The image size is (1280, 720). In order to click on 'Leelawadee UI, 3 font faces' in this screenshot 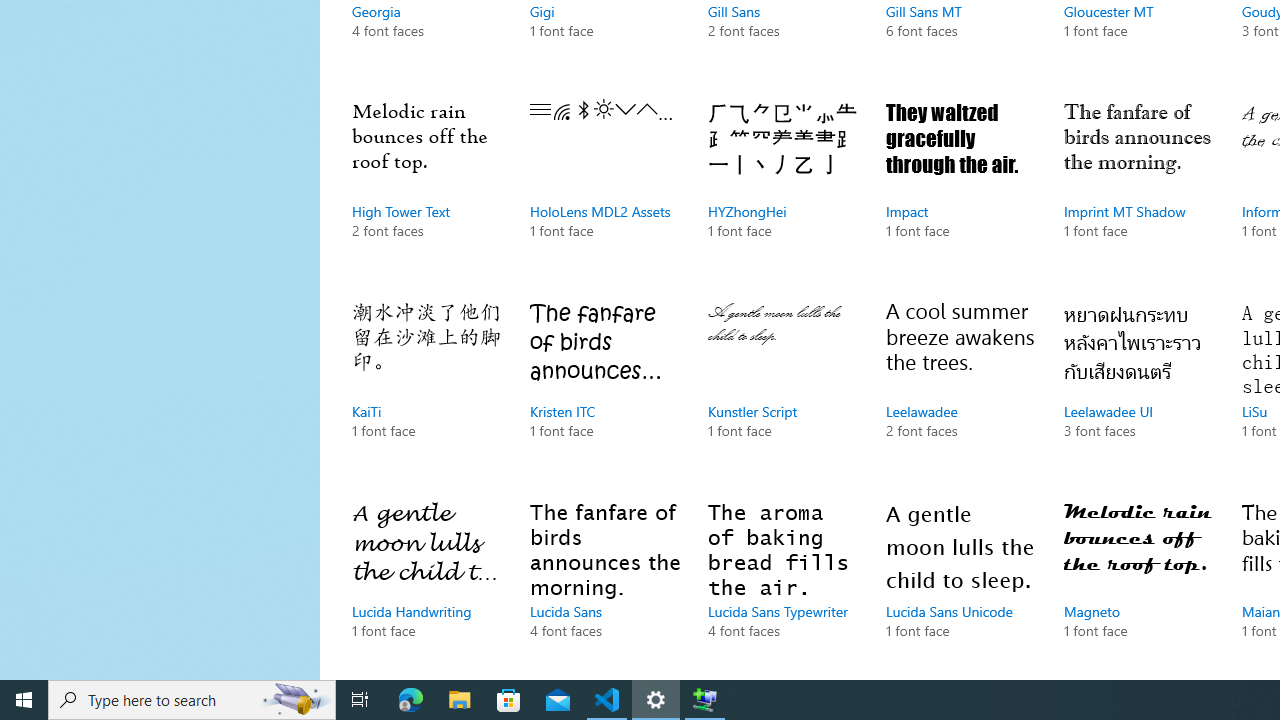, I will do `click(1139, 390)`.